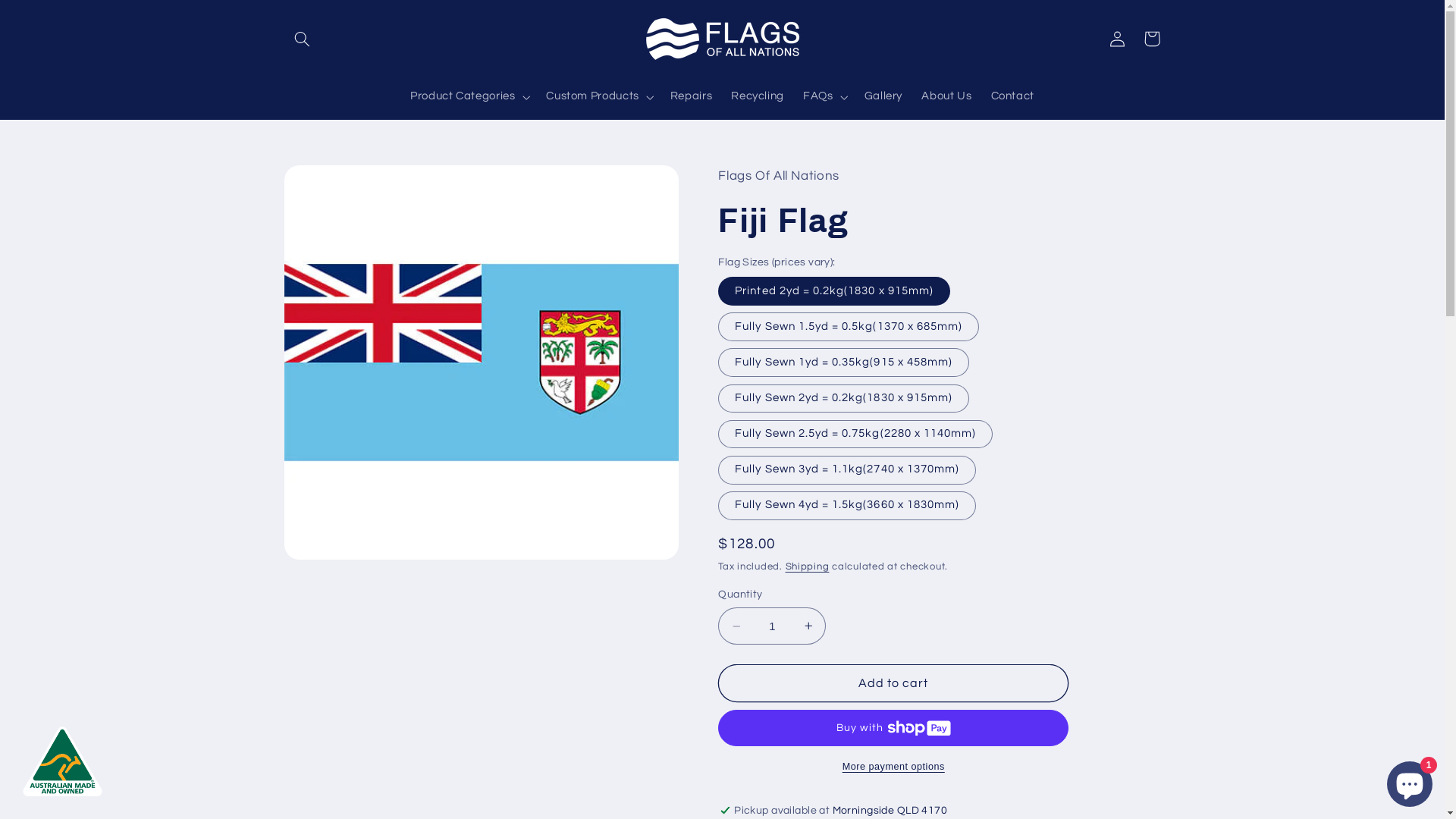 This screenshot has height=819, width=1456. Describe the element at coordinates (690, 96) in the screenshot. I see `'Repairs'` at that location.